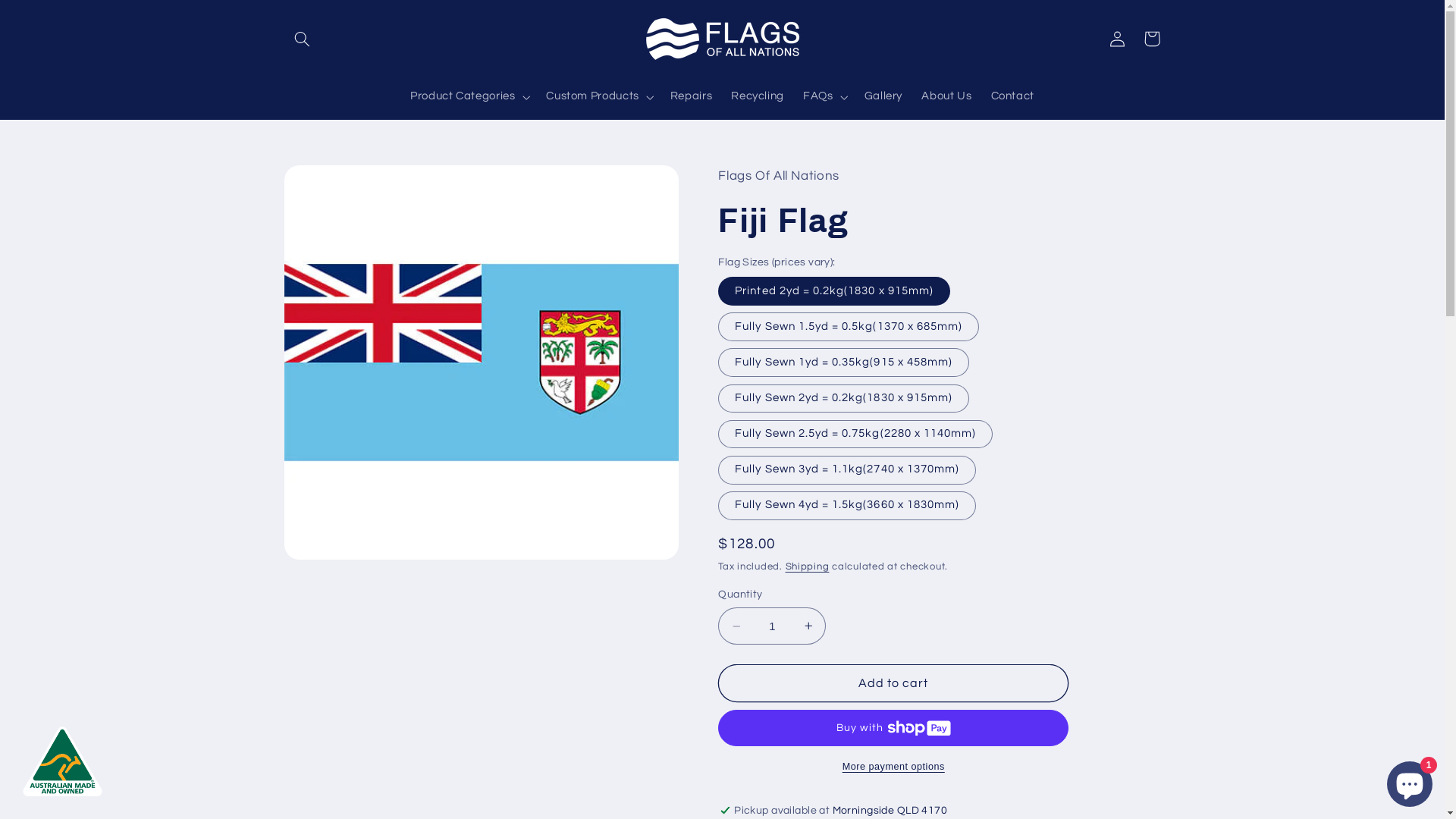 This screenshot has height=819, width=1456. Describe the element at coordinates (690, 96) in the screenshot. I see `'Repairs'` at that location.